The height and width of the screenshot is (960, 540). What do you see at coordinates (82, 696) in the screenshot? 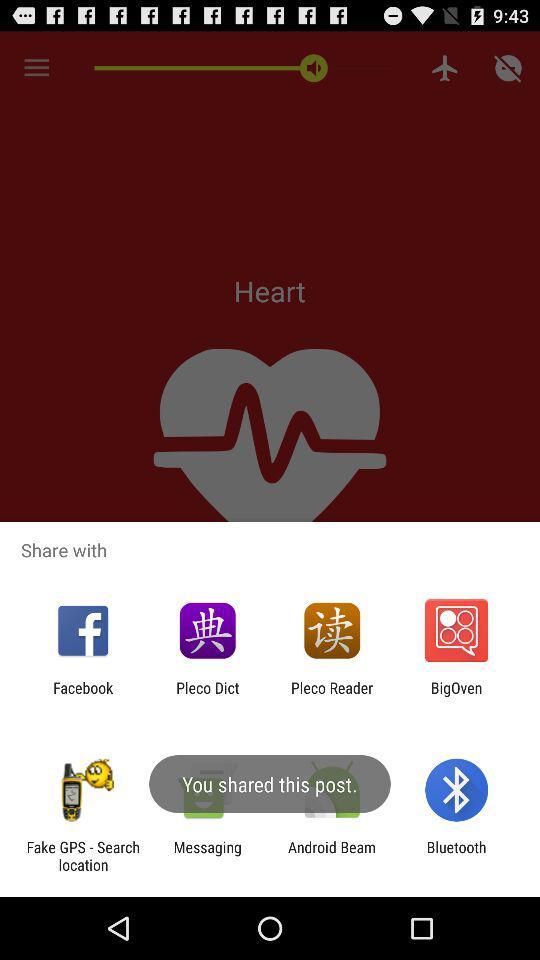
I see `item next to the pleco dict icon` at bounding box center [82, 696].